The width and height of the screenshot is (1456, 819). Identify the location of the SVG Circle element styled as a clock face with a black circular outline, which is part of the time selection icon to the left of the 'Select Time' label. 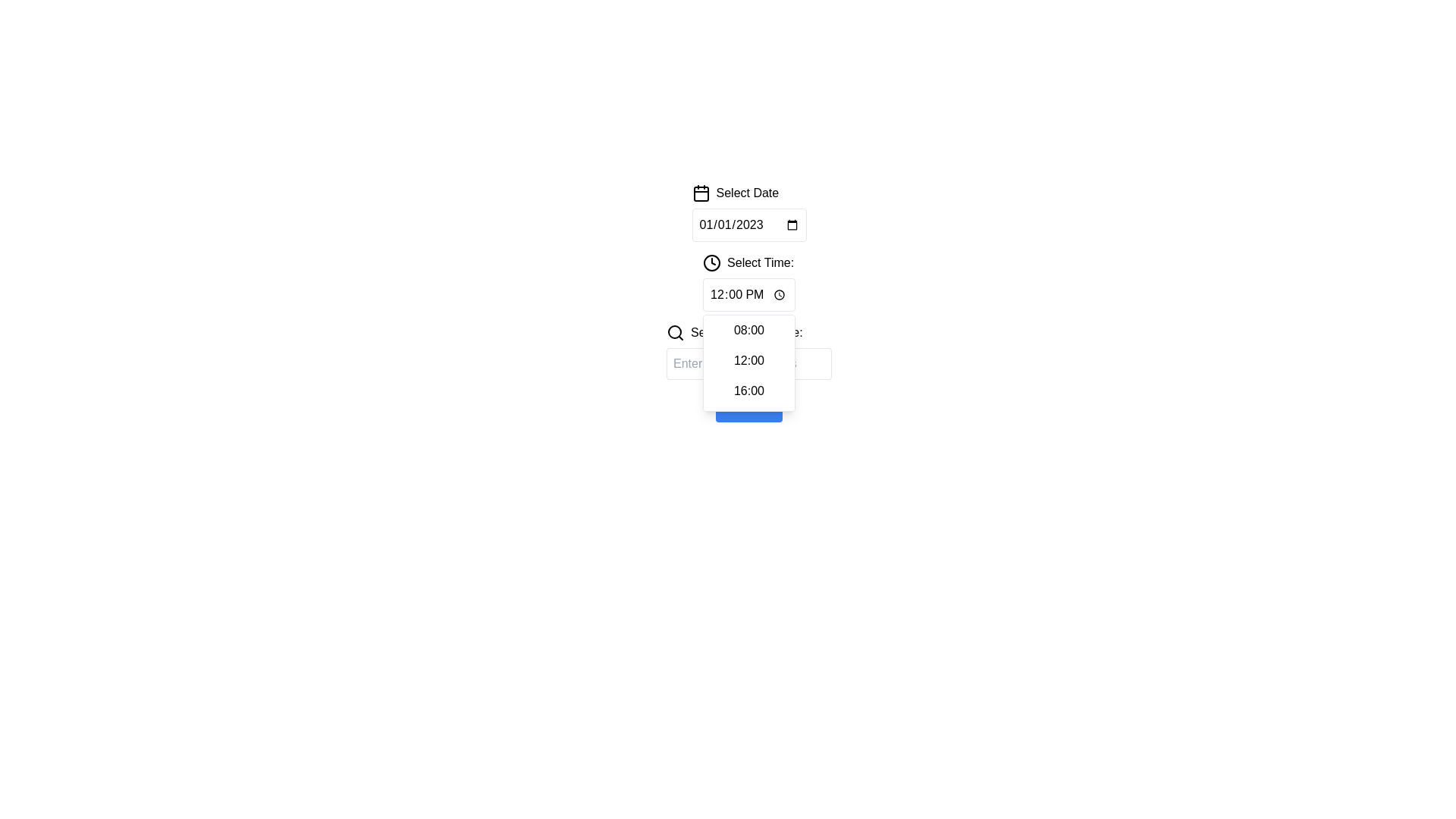
(711, 262).